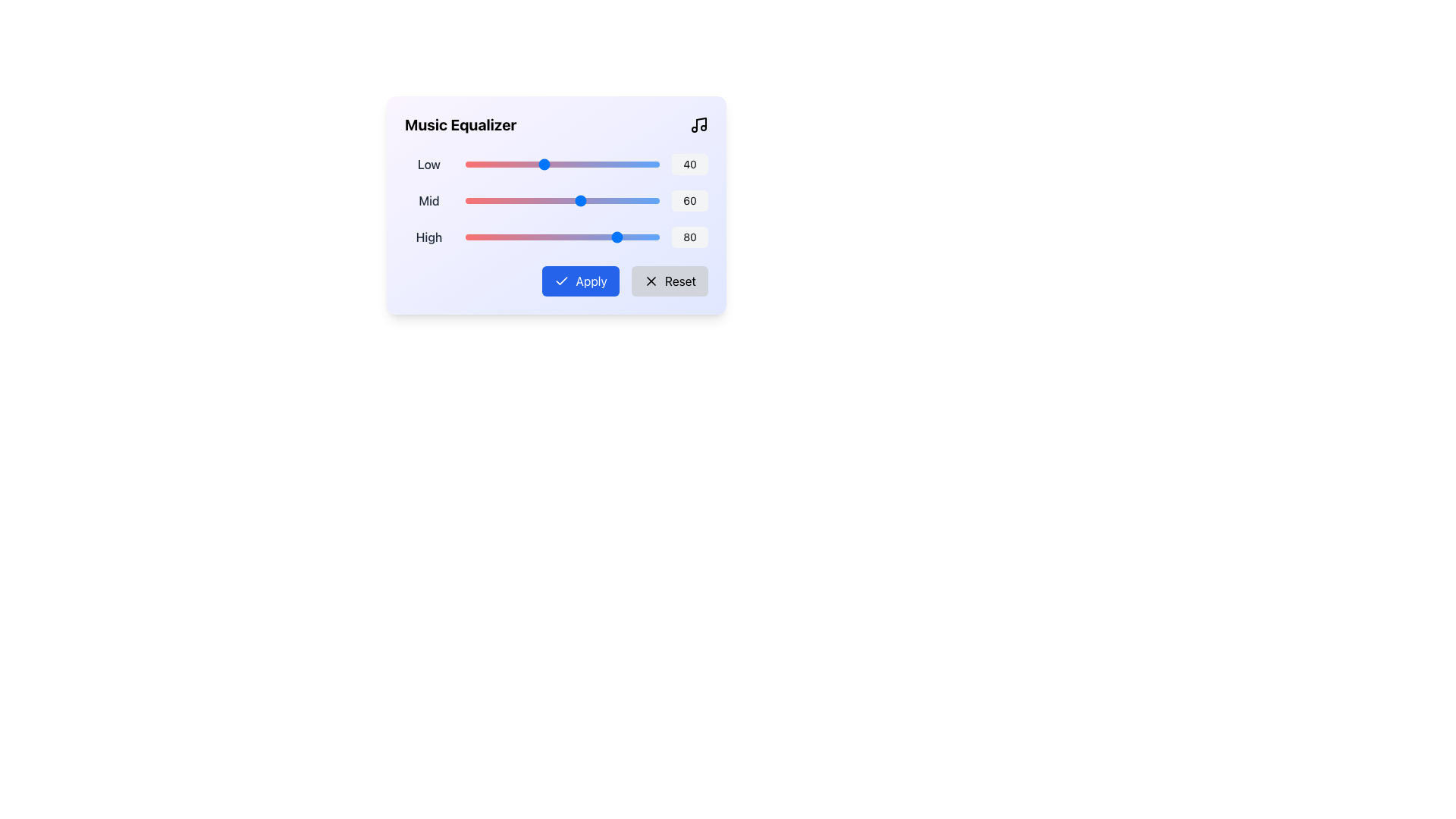 The width and height of the screenshot is (1456, 819). I want to click on the low equalizer slider, so click(494, 164).